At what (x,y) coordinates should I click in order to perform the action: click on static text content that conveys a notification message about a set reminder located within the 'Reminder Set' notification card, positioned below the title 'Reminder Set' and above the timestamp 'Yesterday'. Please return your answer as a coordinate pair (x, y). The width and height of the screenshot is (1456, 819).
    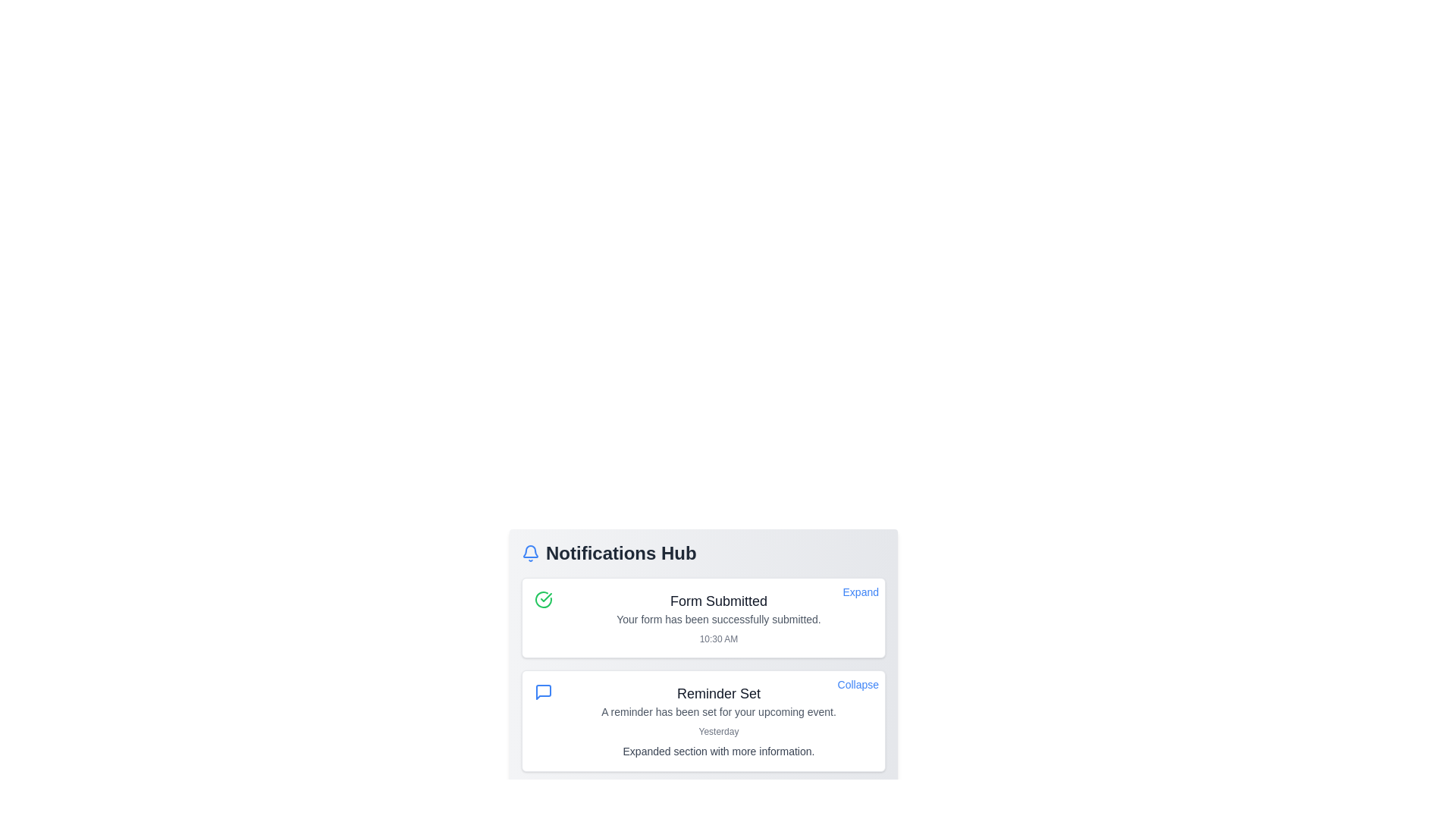
    Looking at the image, I should click on (718, 711).